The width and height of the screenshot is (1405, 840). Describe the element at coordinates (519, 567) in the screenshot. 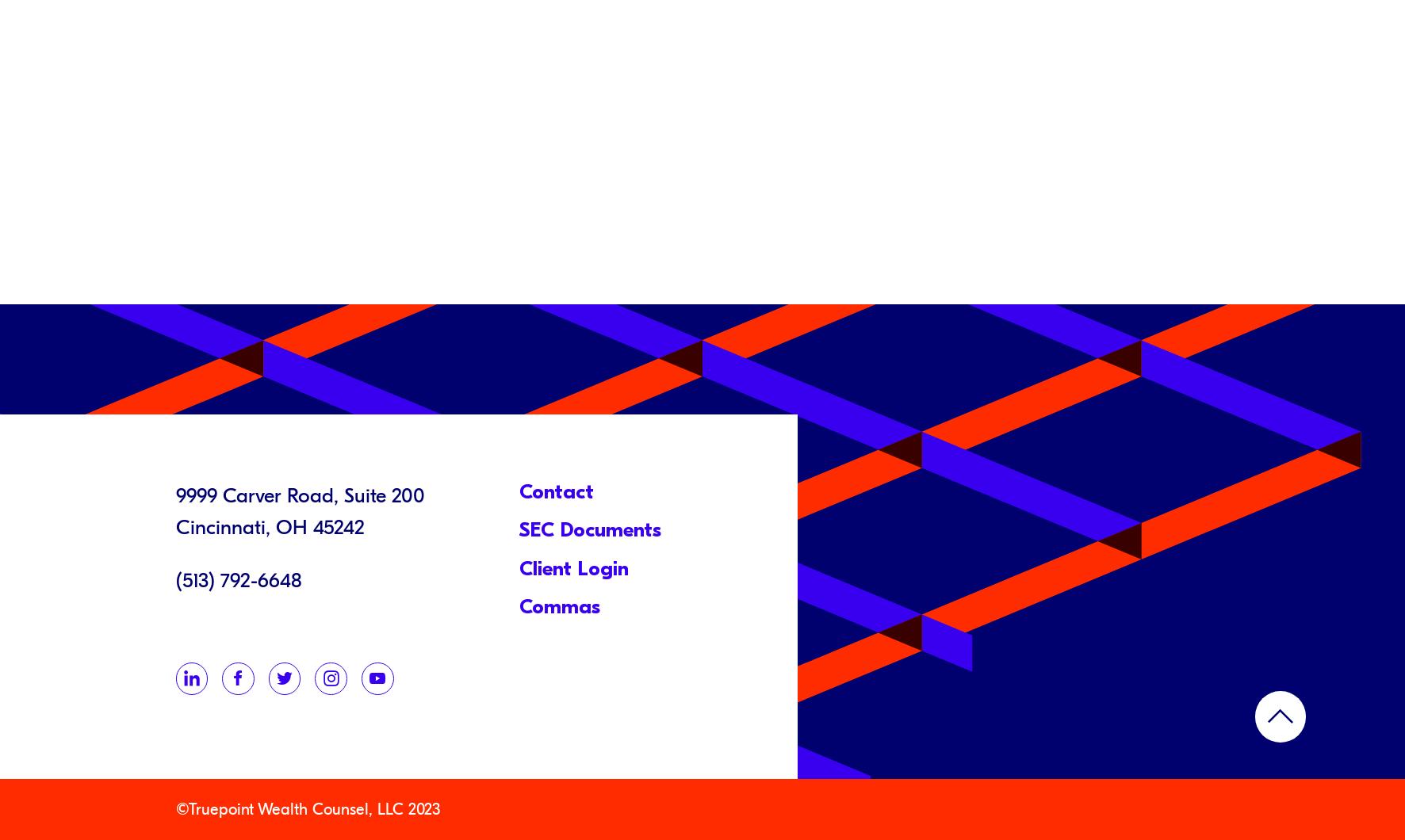

I see `'Client Login'` at that location.